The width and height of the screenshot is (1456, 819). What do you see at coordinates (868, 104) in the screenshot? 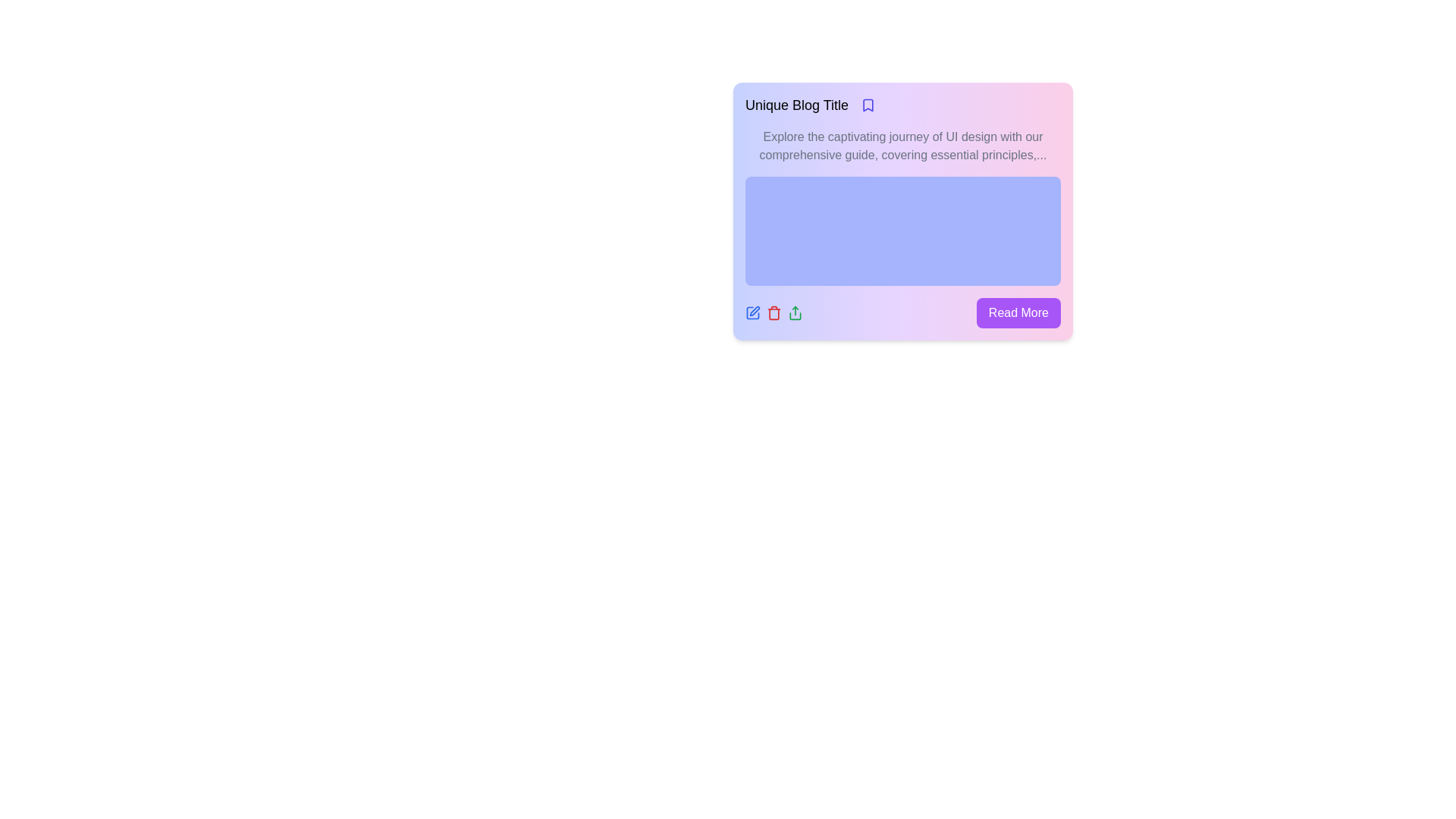
I see `the bookmark icon, which is outlined in indigo and located at the center-top of the blog card` at bounding box center [868, 104].